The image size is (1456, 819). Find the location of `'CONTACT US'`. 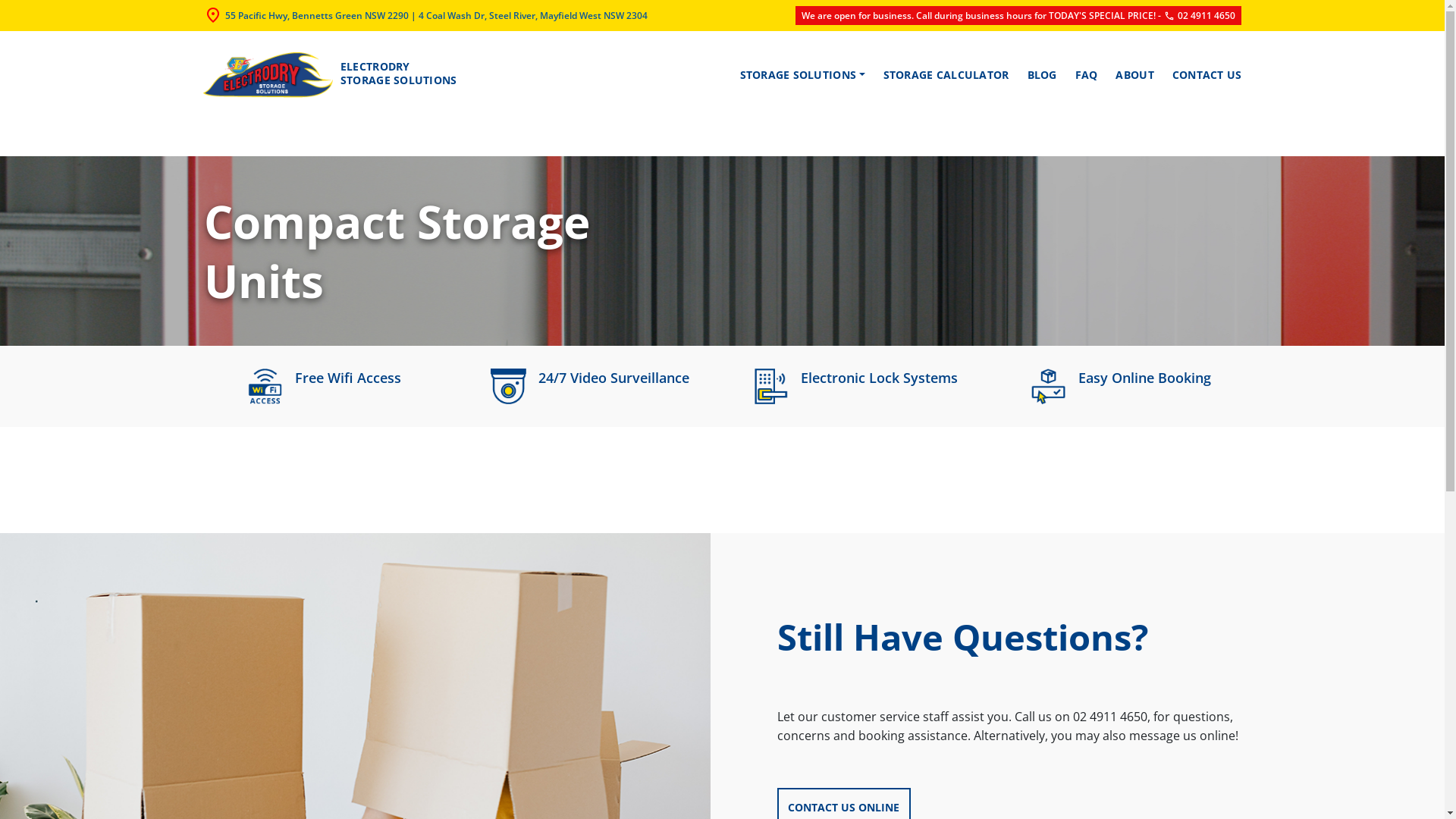

'CONTACT US' is located at coordinates (1201, 75).